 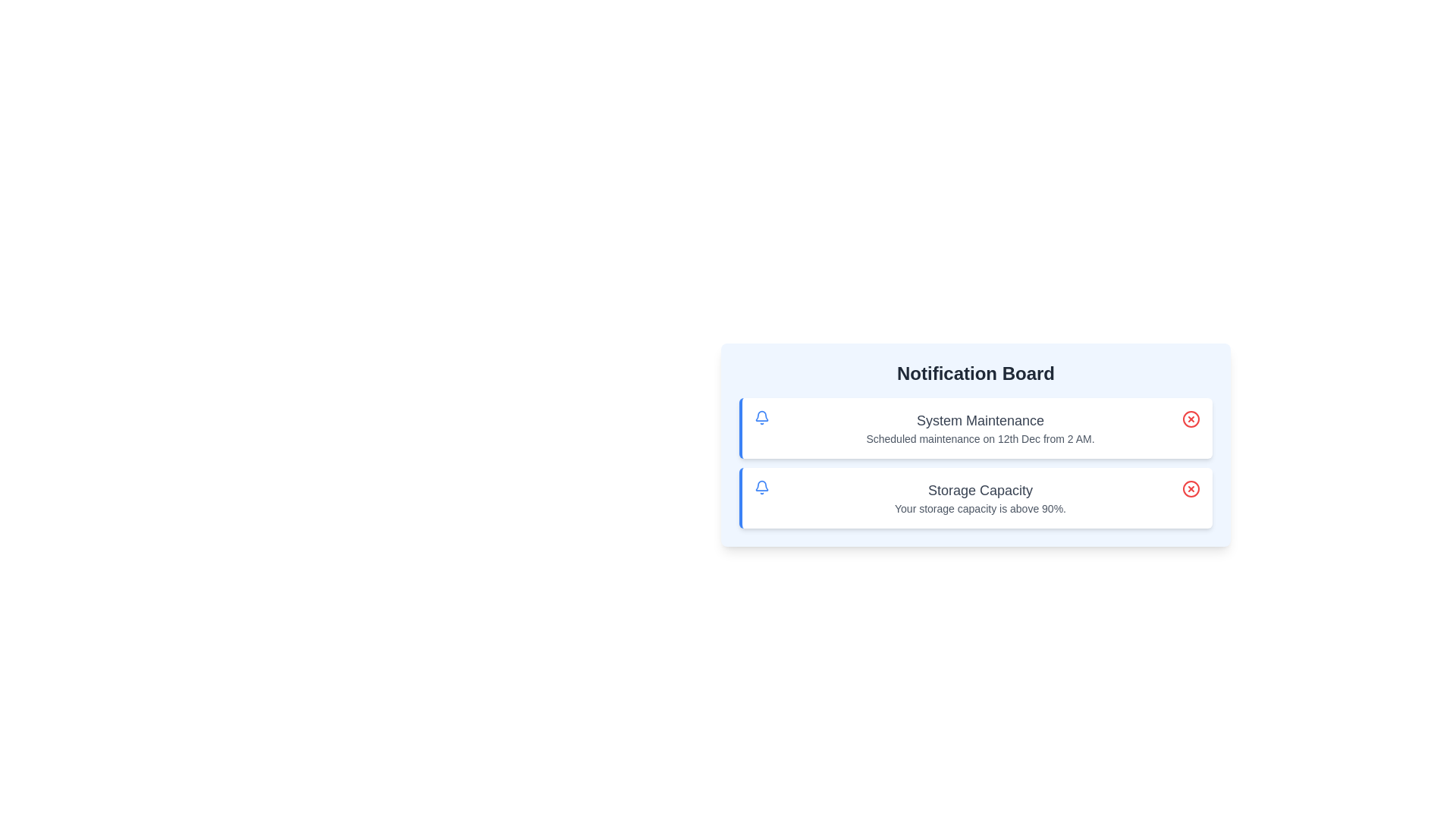 I want to click on the description text of the notification, so click(x=980, y=438).